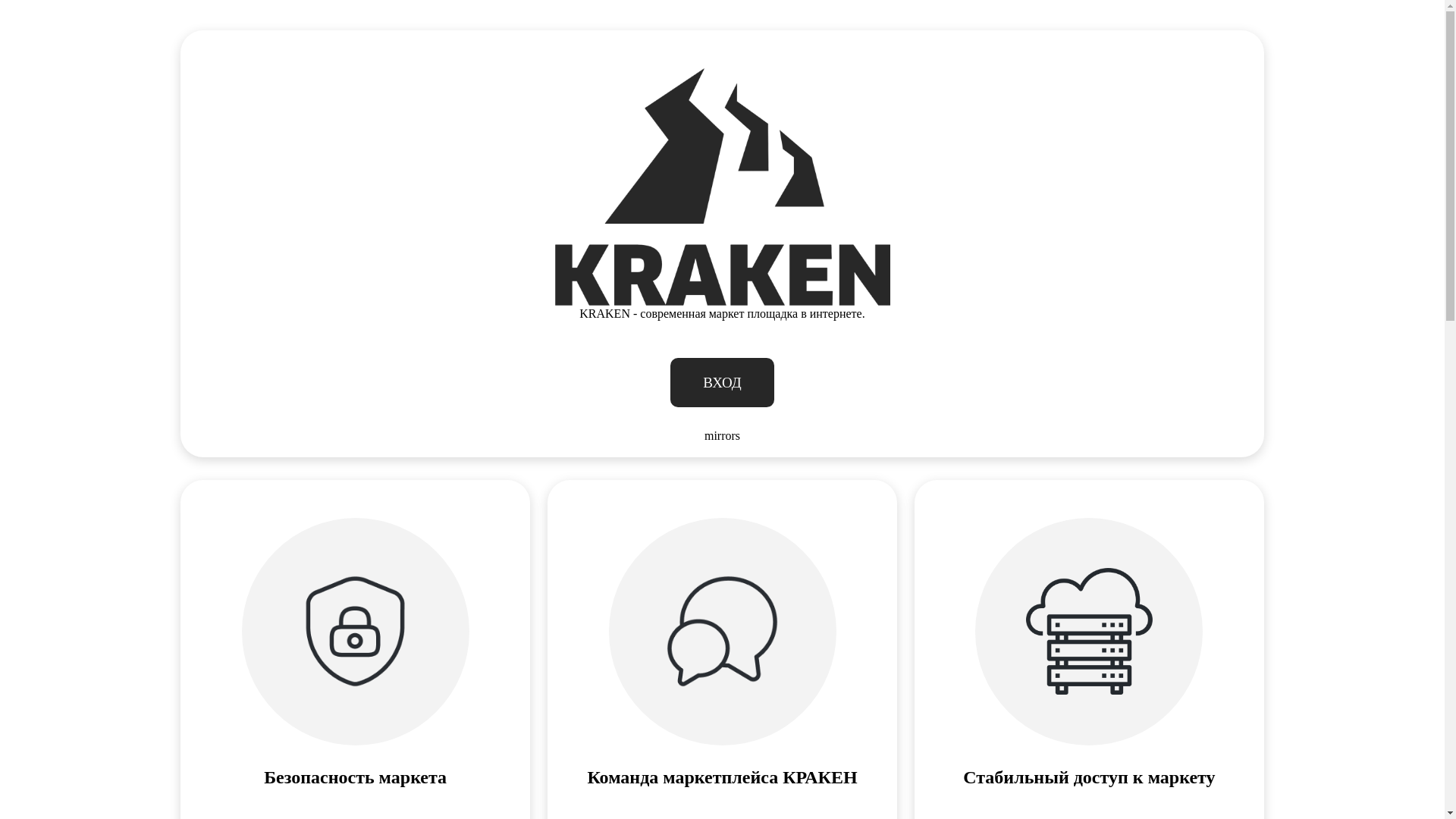  Describe the element at coordinates (721, 435) in the screenshot. I see `'mirrors'` at that location.